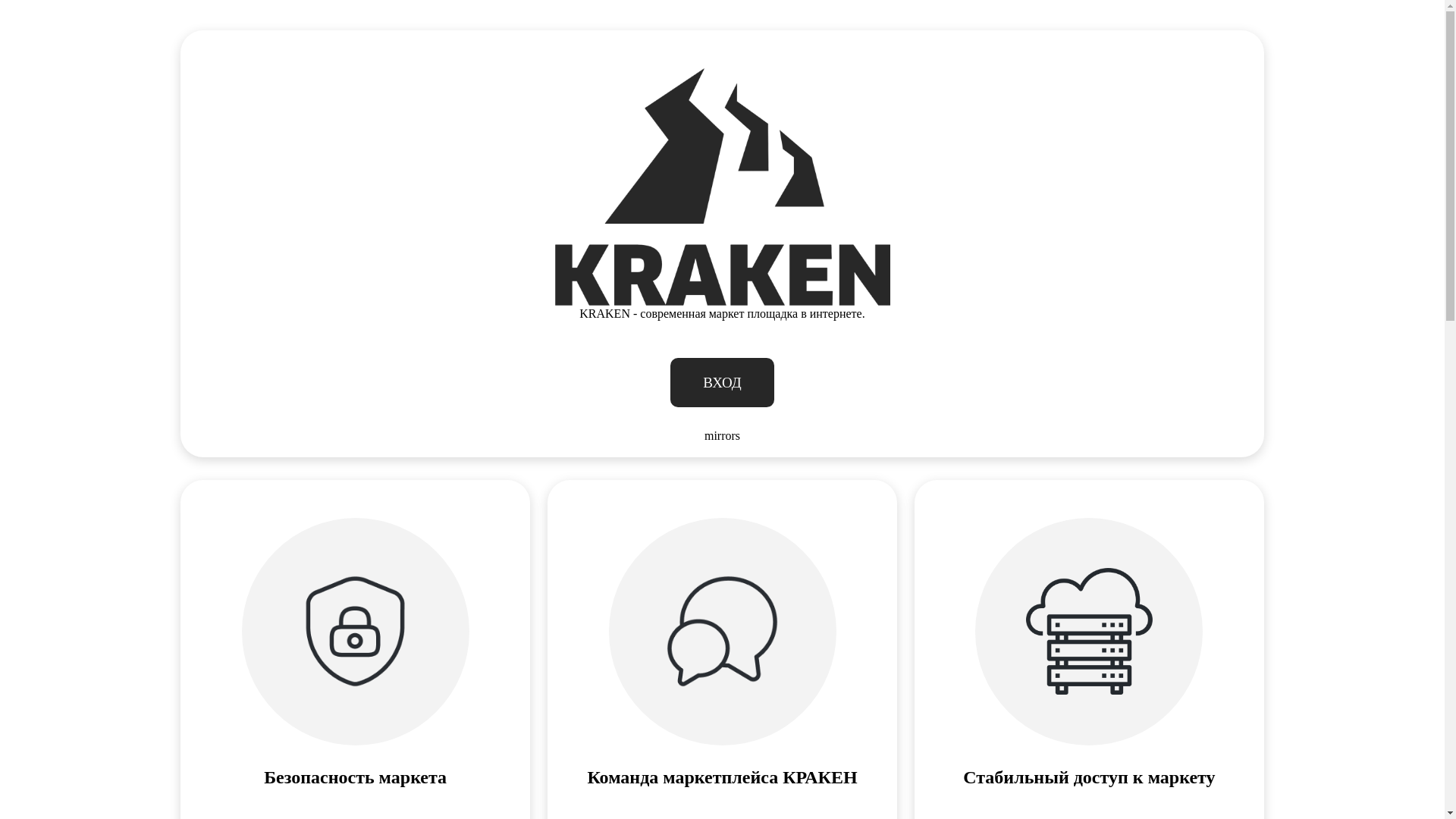  Describe the element at coordinates (721, 435) in the screenshot. I see `'mirrors'` at that location.